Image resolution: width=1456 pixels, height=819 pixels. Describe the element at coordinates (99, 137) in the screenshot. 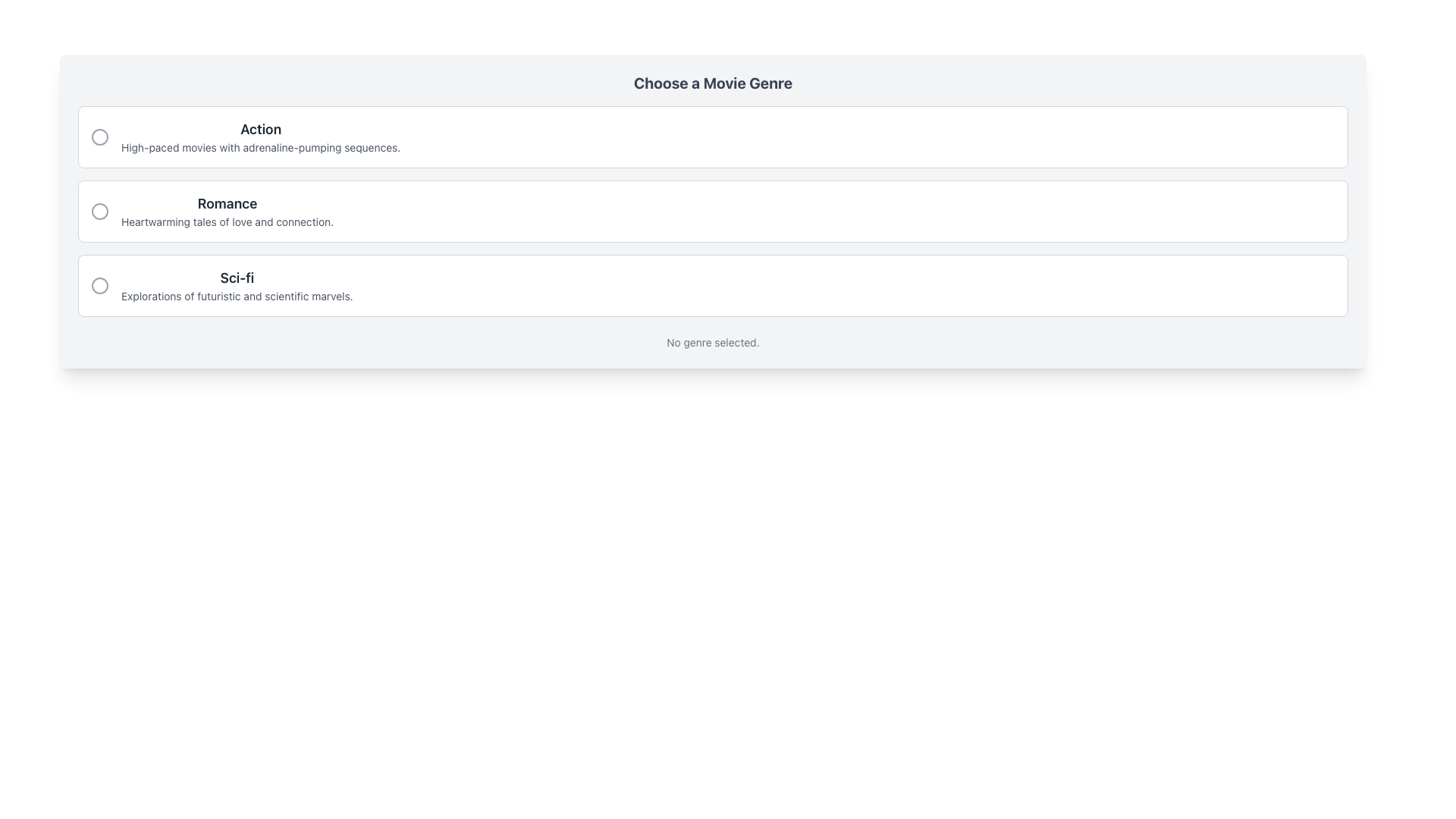

I see `the inner part of the visual indicator for the selected option in the radio list, located within the circle icon to the left of the 'Action' option` at that location.